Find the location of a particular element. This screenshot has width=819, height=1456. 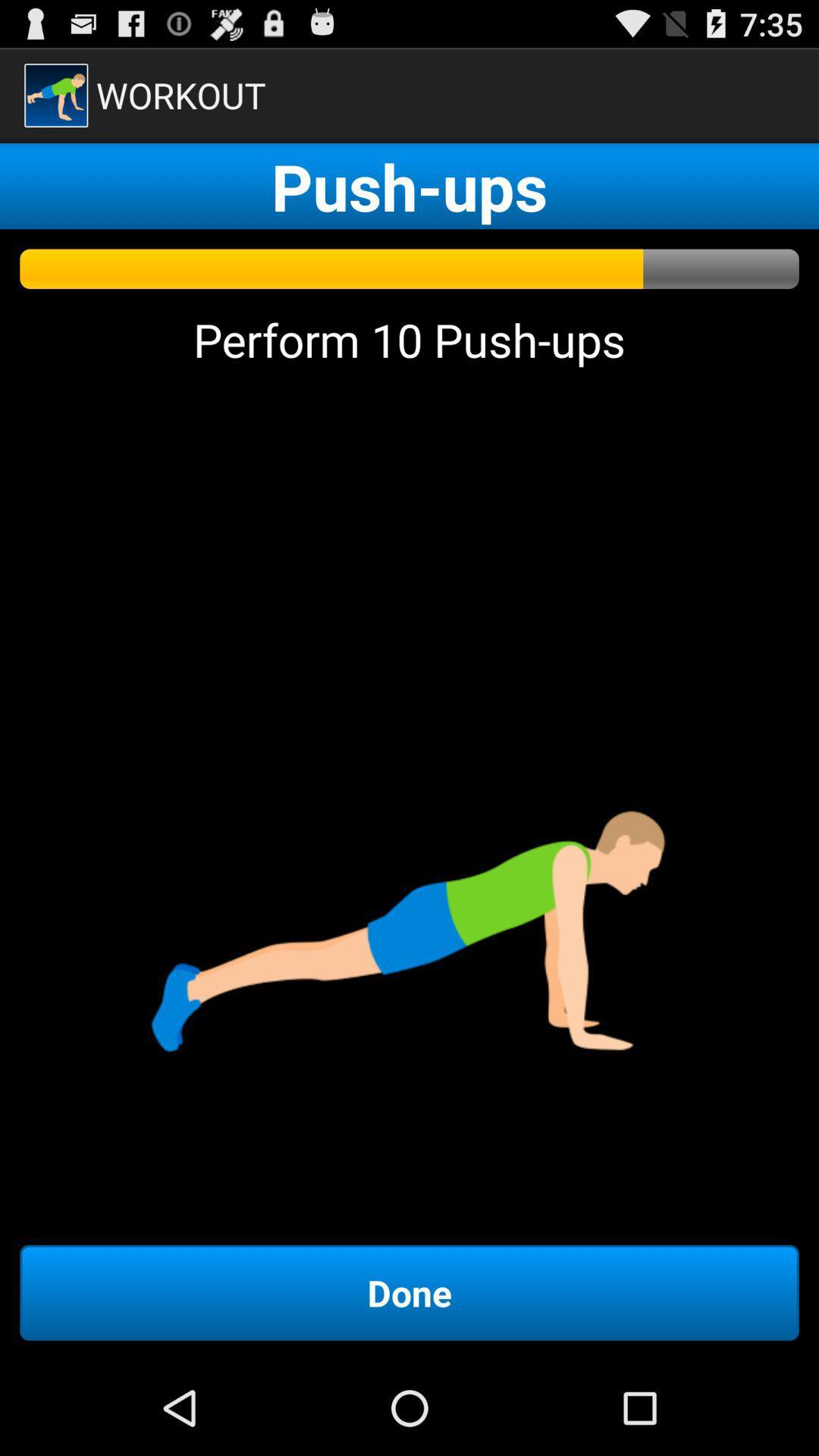

the done at the bottom is located at coordinates (409, 1291).